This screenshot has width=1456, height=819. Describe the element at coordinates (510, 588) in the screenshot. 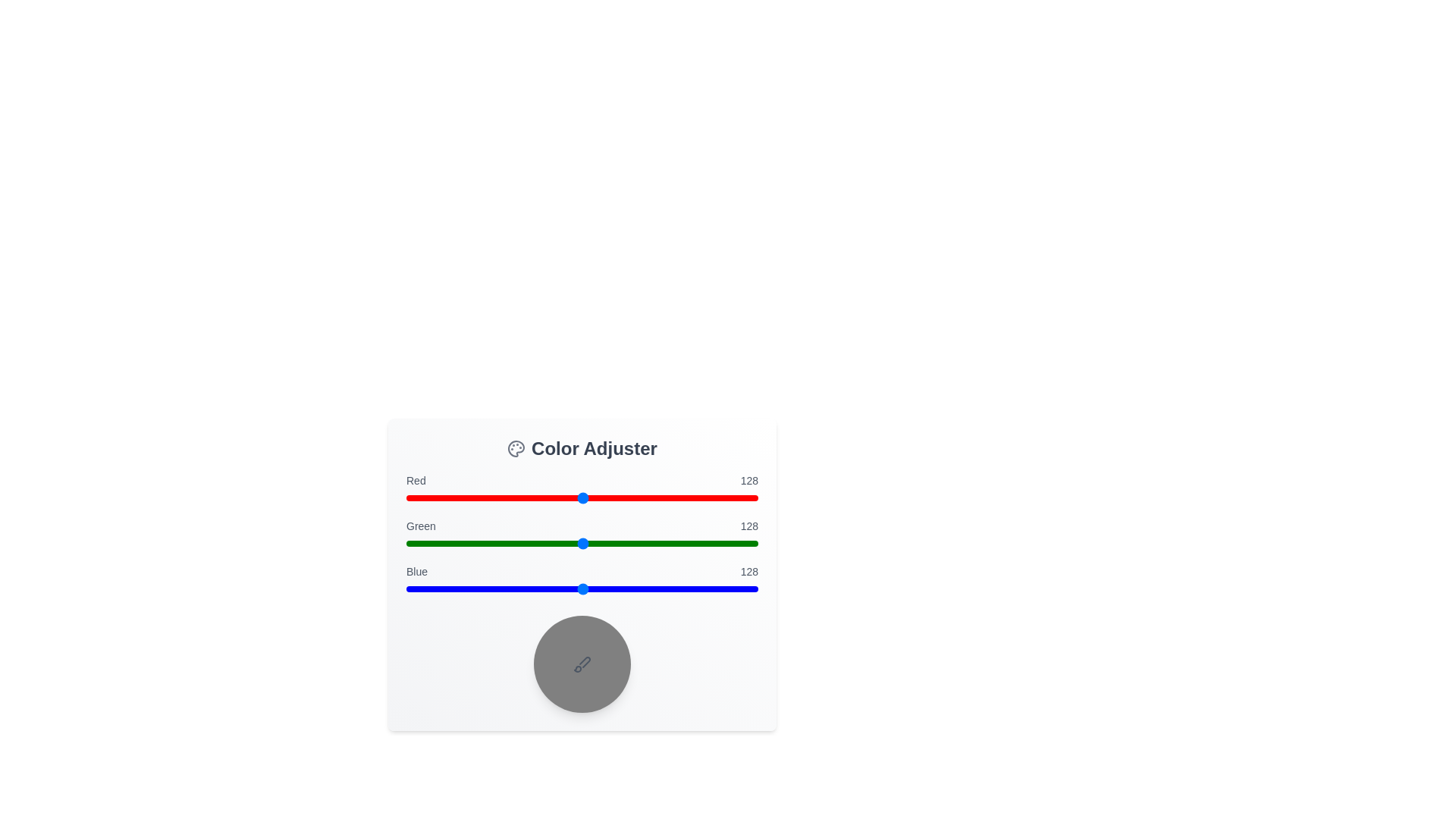

I see `the blue slider to set its value to 75` at that location.